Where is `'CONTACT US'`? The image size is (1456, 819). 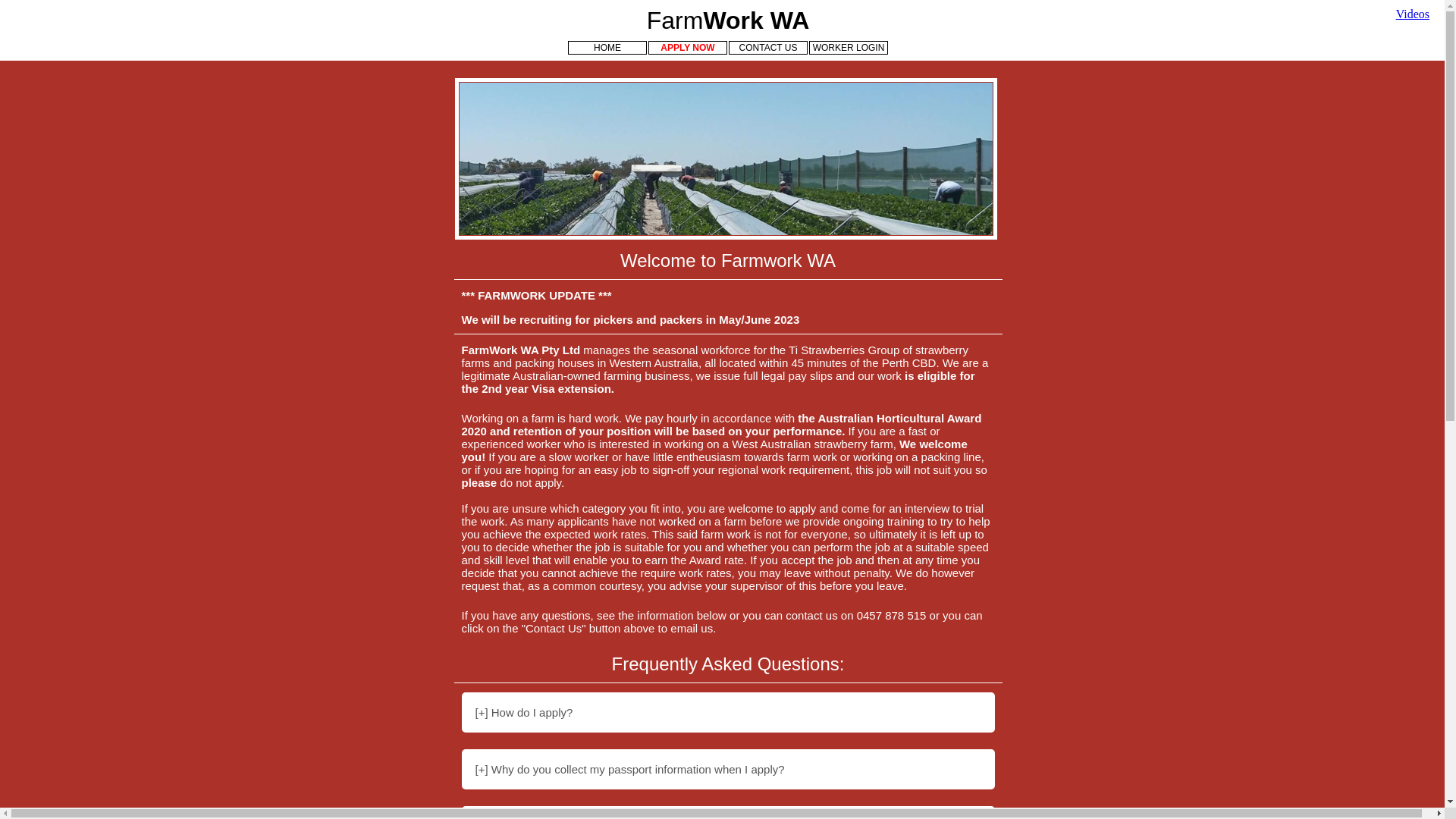
'CONTACT US' is located at coordinates (767, 46).